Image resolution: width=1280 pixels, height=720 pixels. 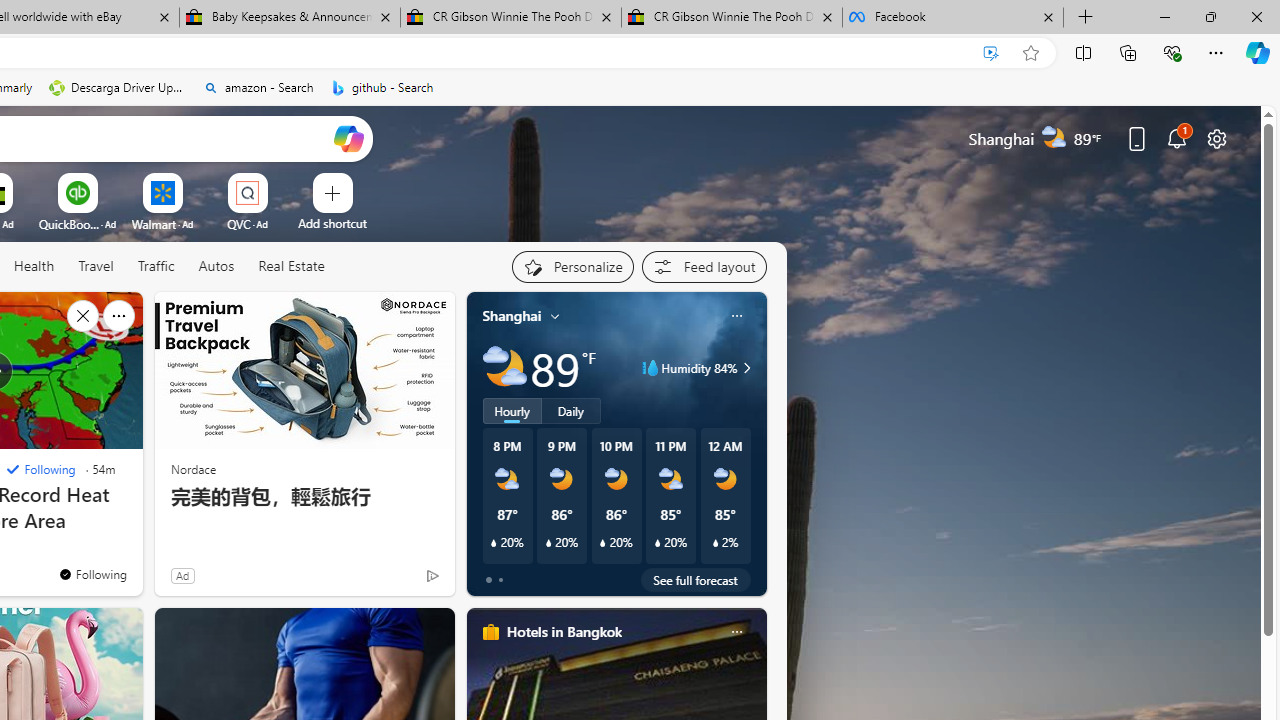 What do you see at coordinates (332, 223) in the screenshot?
I see `'Add a site'` at bounding box center [332, 223].